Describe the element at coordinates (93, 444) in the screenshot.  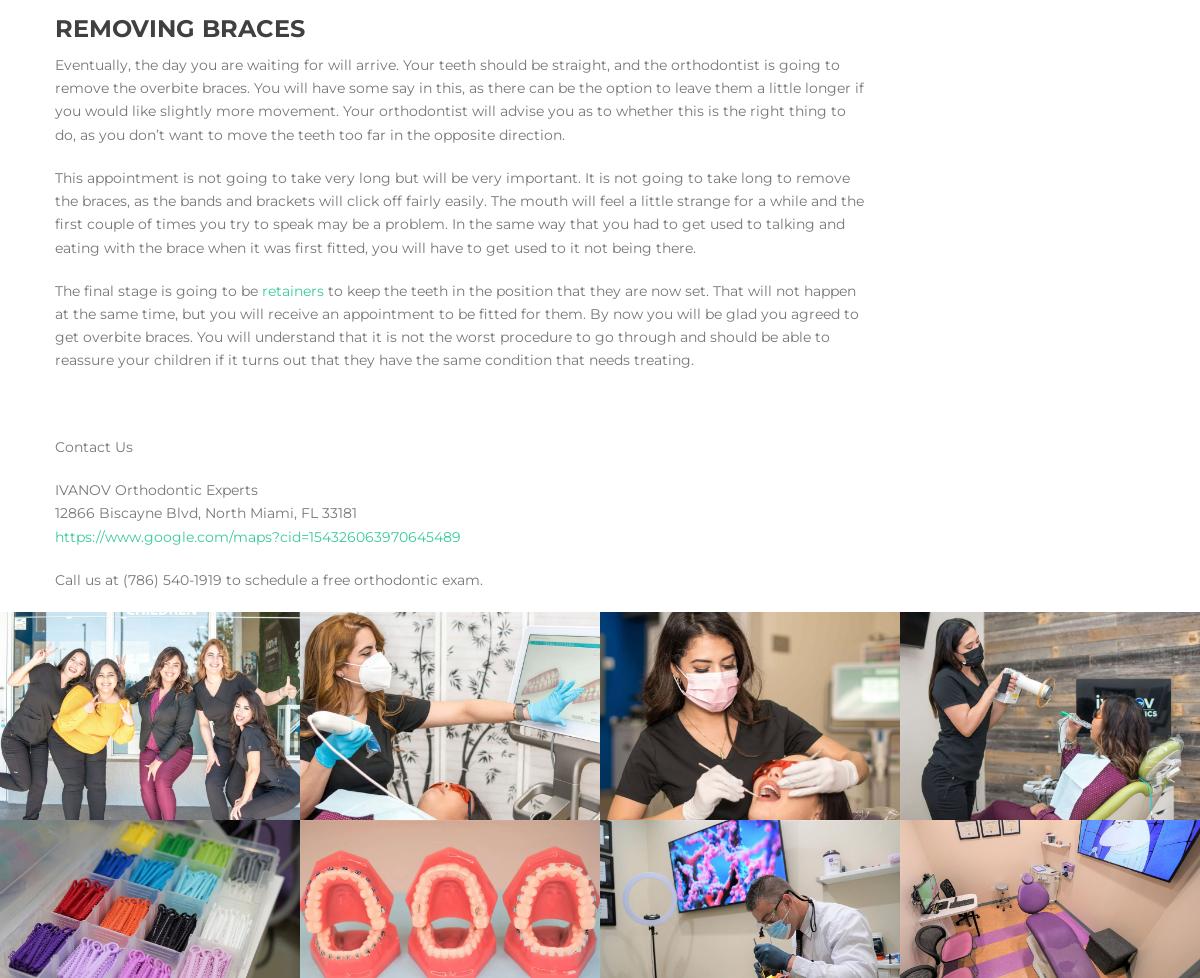
I see `'Contact Us'` at that location.